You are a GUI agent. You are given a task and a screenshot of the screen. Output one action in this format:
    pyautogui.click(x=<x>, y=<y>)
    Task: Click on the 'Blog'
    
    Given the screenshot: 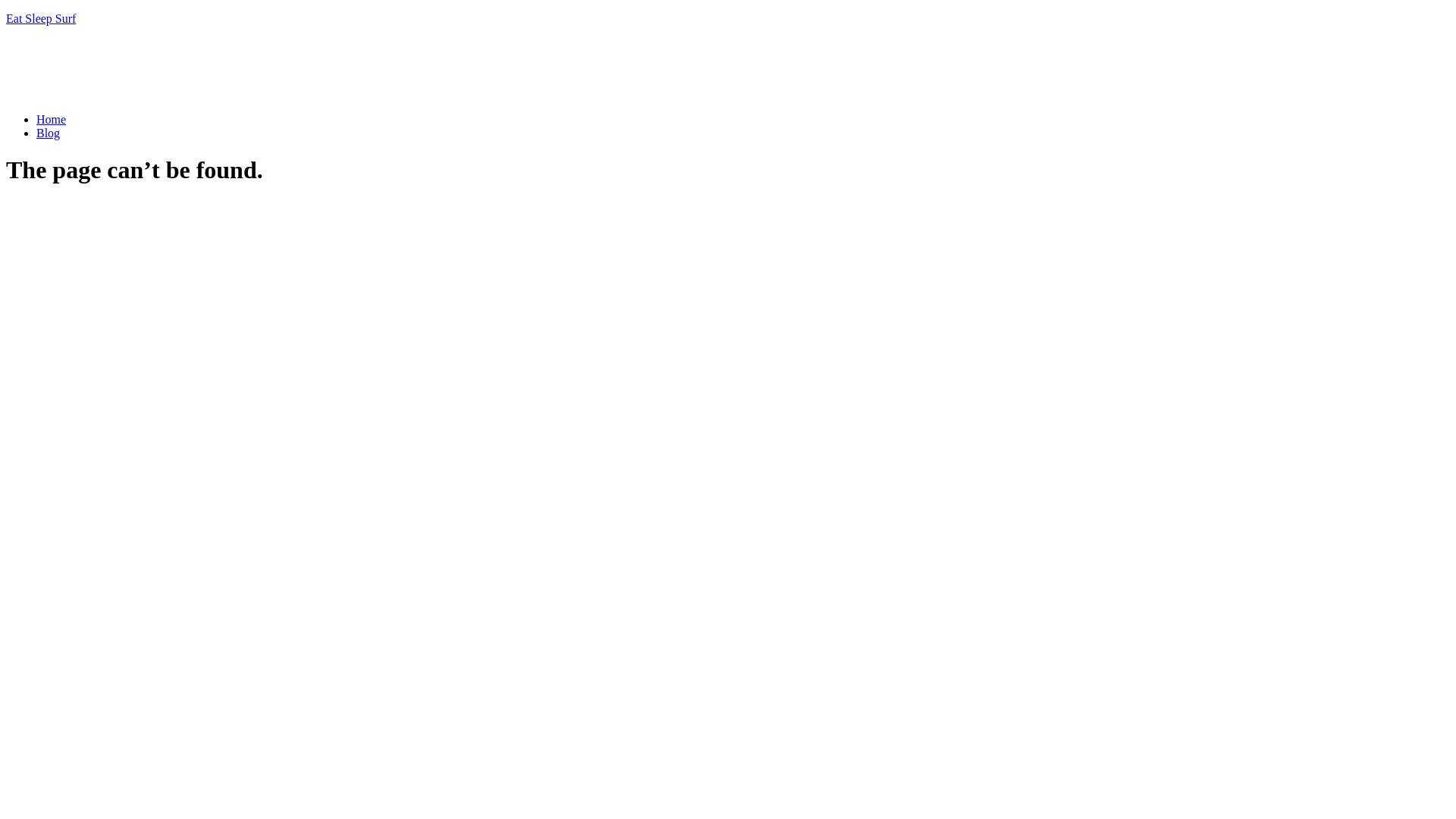 What is the action you would take?
    pyautogui.click(x=48, y=132)
    